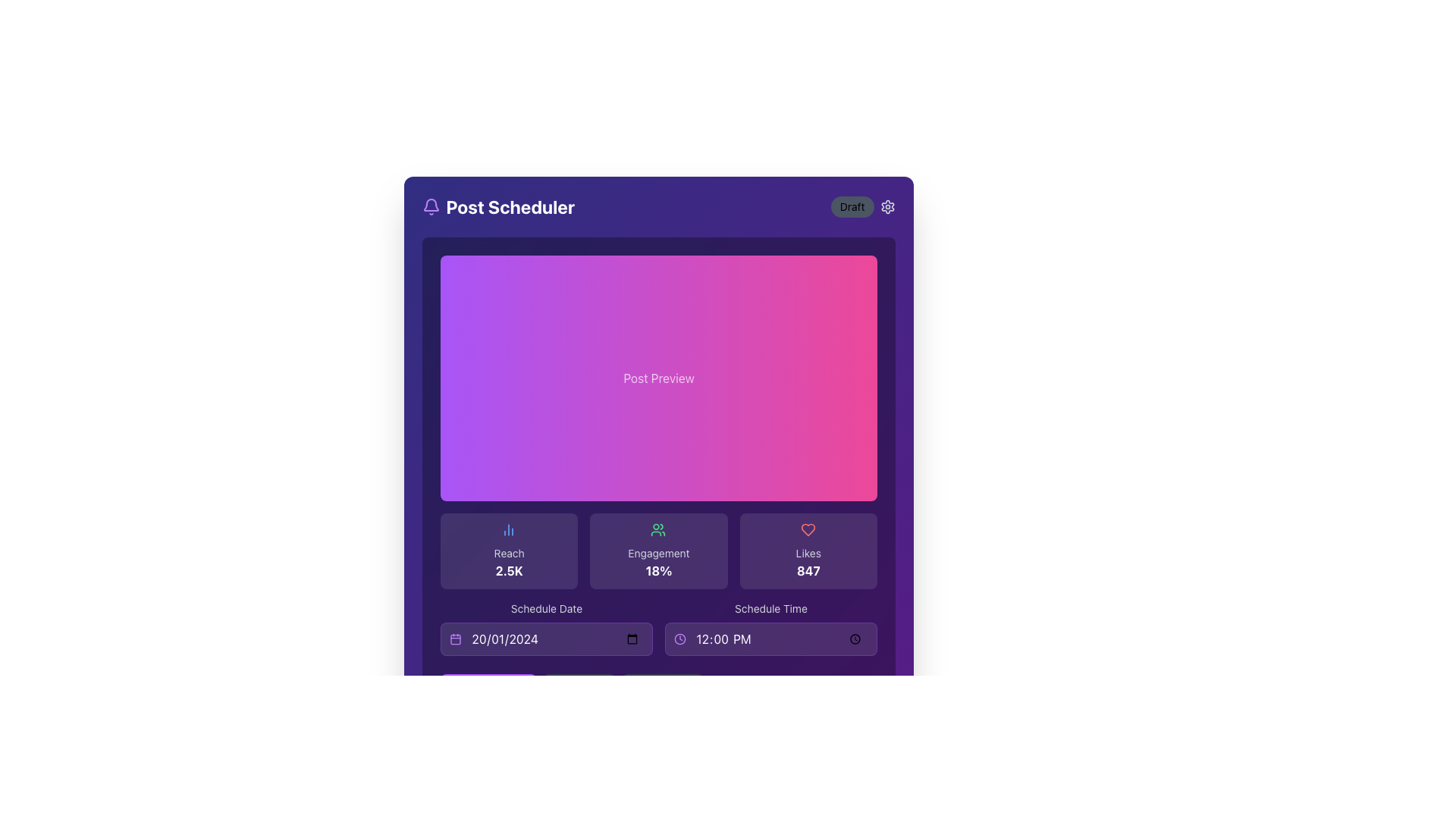 The height and width of the screenshot is (819, 1456). What do you see at coordinates (770, 607) in the screenshot?
I see `the contextual label indicating the purpose for selecting a schedule time, which is positioned directly above the time selector input field` at bounding box center [770, 607].